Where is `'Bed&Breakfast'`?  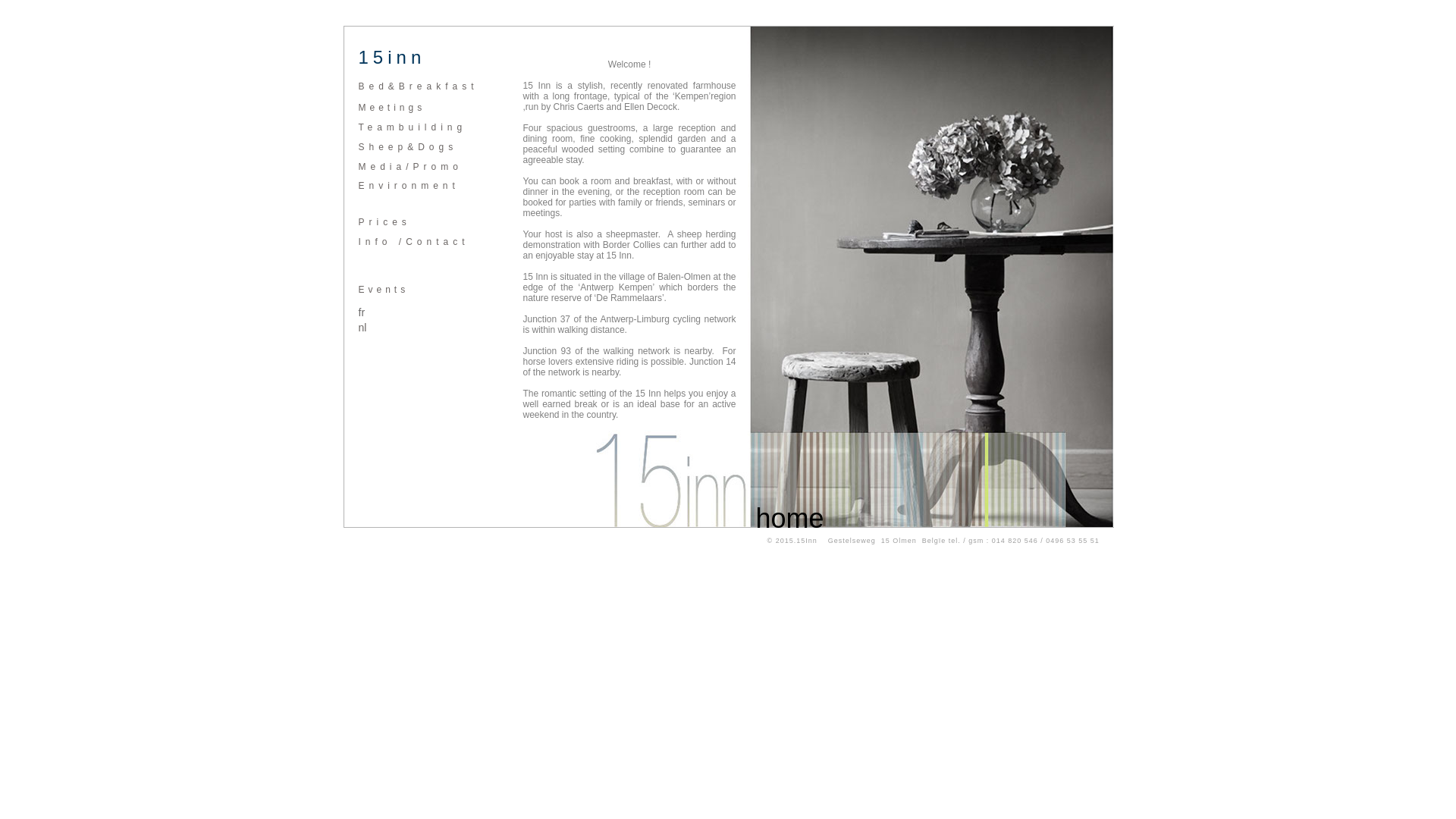
'Bed&Breakfast' is located at coordinates (418, 86).